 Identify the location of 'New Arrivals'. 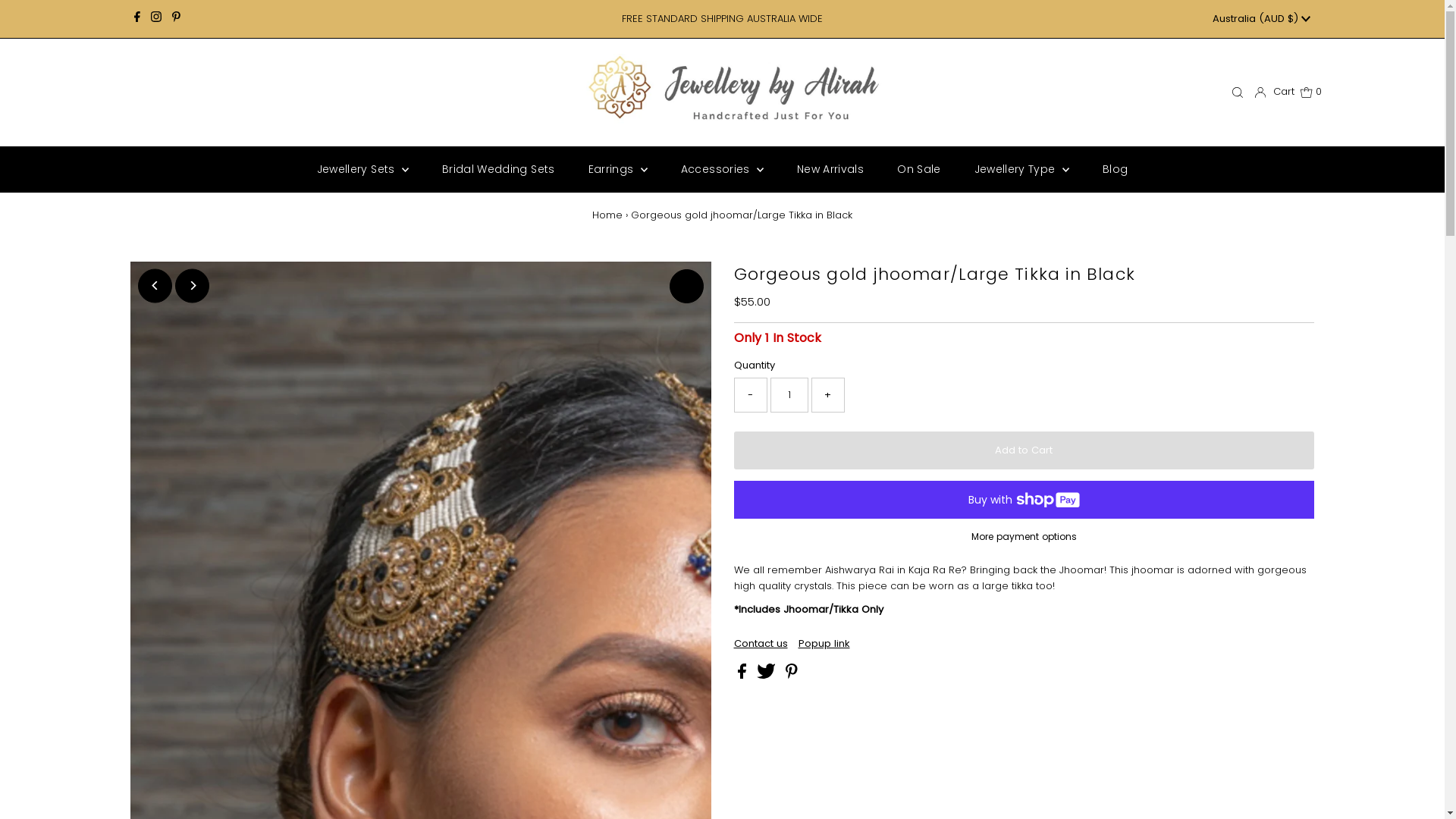
(829, 169).